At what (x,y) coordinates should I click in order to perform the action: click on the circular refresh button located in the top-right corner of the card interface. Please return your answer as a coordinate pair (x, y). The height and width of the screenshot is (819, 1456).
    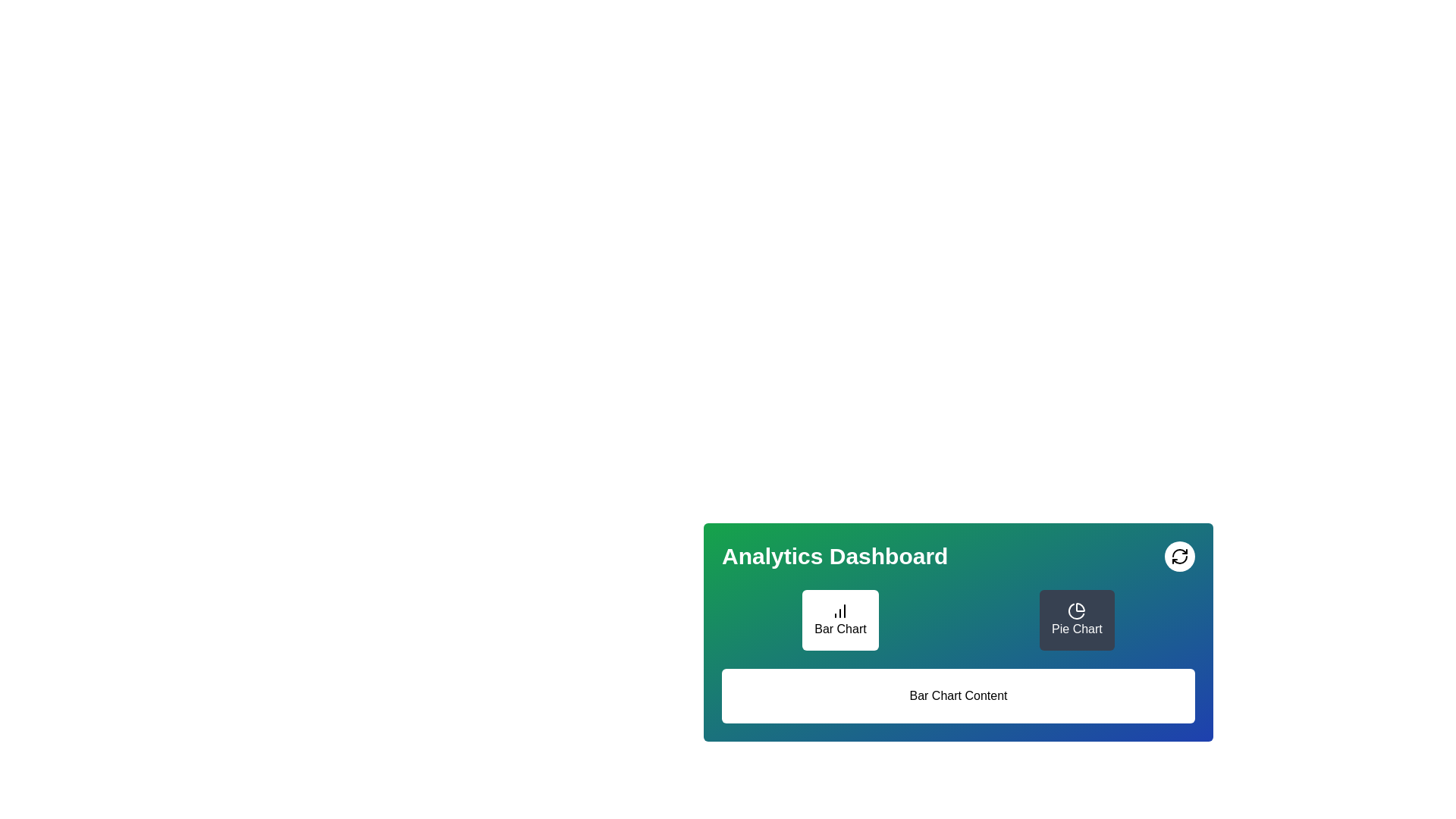
    Looking at the image, I should click on (1178, 556).